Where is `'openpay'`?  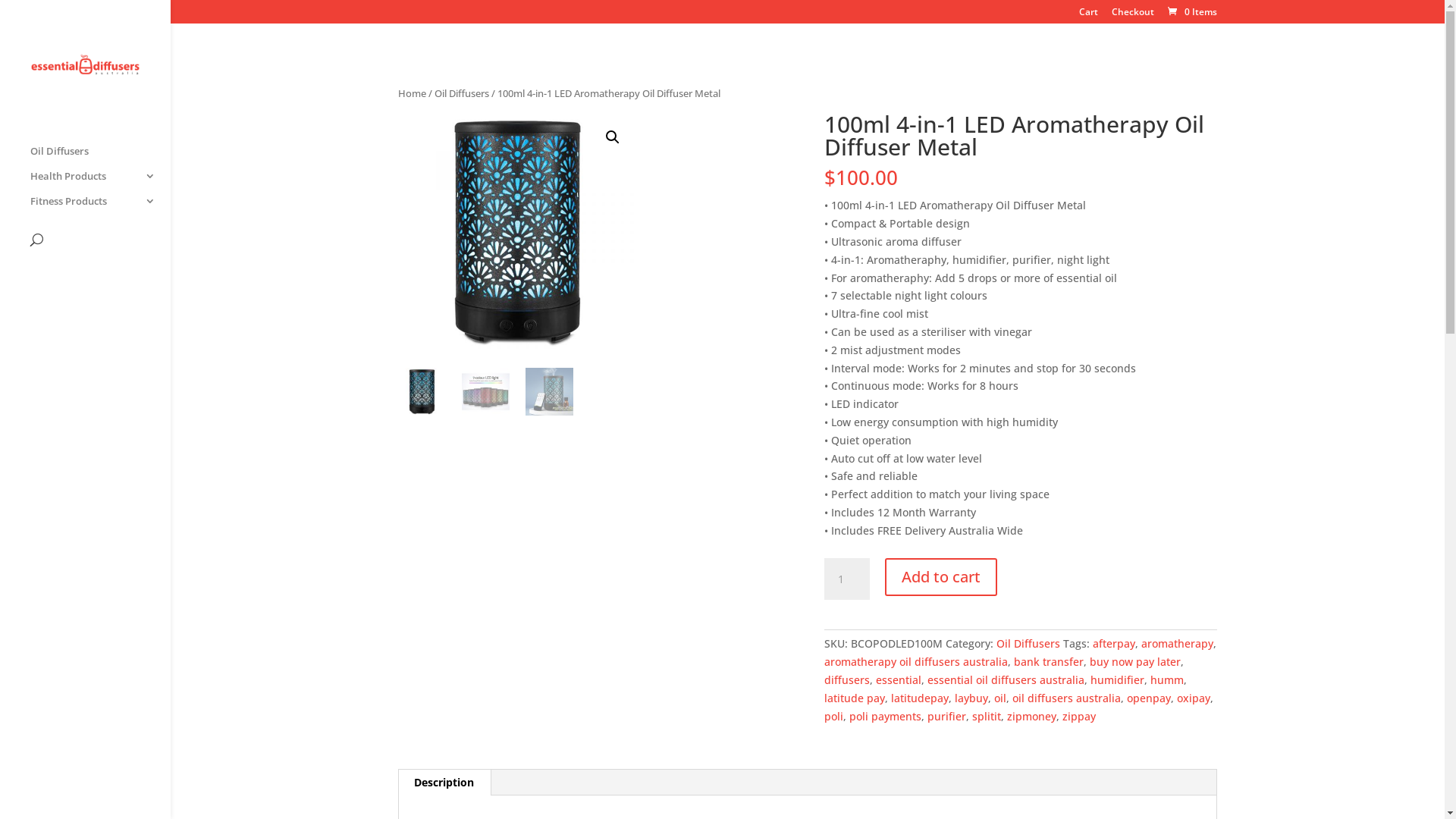
'openpay' is located at coordinates (1127, 698).